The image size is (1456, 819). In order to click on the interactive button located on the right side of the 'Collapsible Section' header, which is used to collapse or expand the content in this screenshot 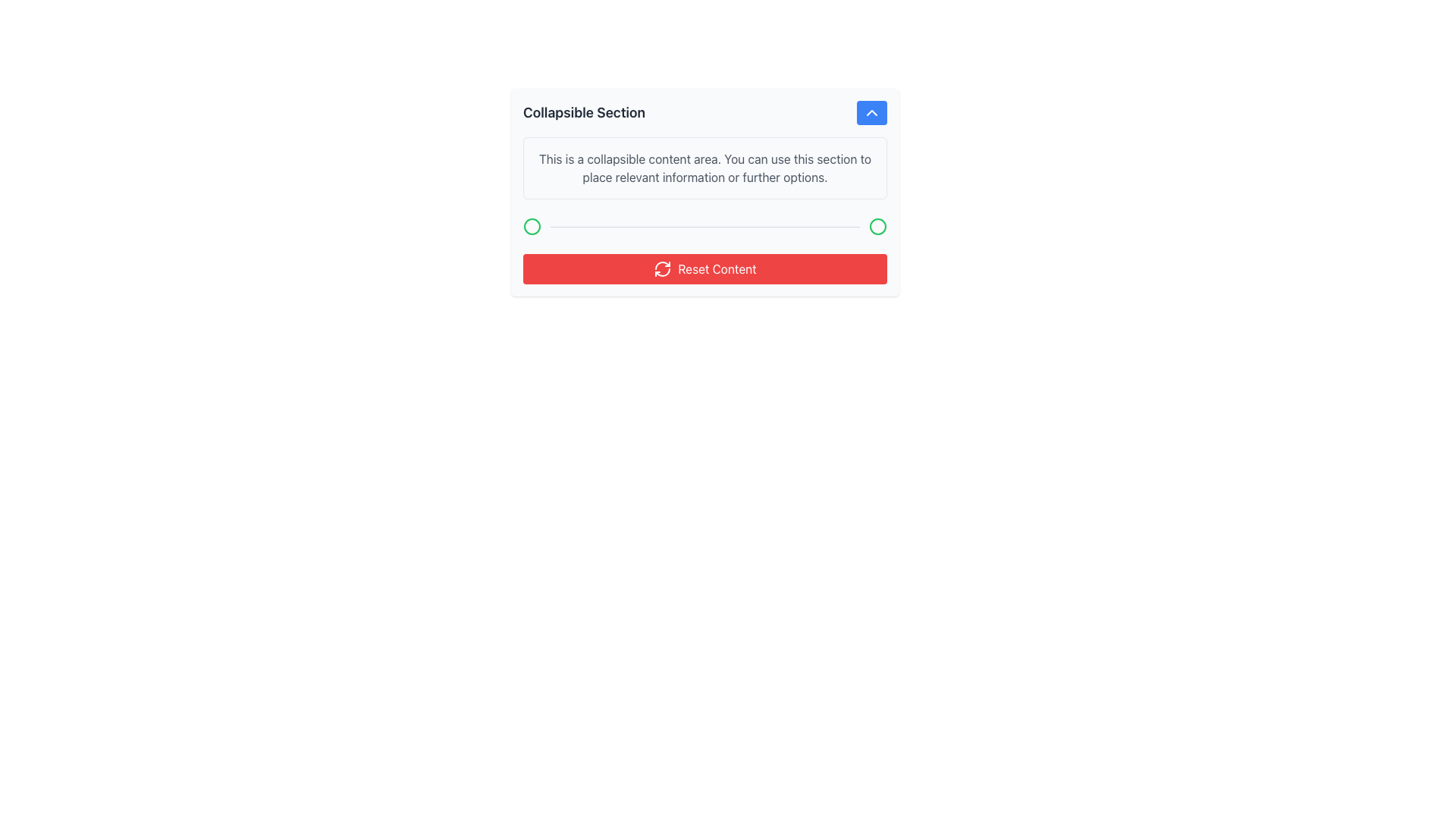, I will do `click(872, 112)`.